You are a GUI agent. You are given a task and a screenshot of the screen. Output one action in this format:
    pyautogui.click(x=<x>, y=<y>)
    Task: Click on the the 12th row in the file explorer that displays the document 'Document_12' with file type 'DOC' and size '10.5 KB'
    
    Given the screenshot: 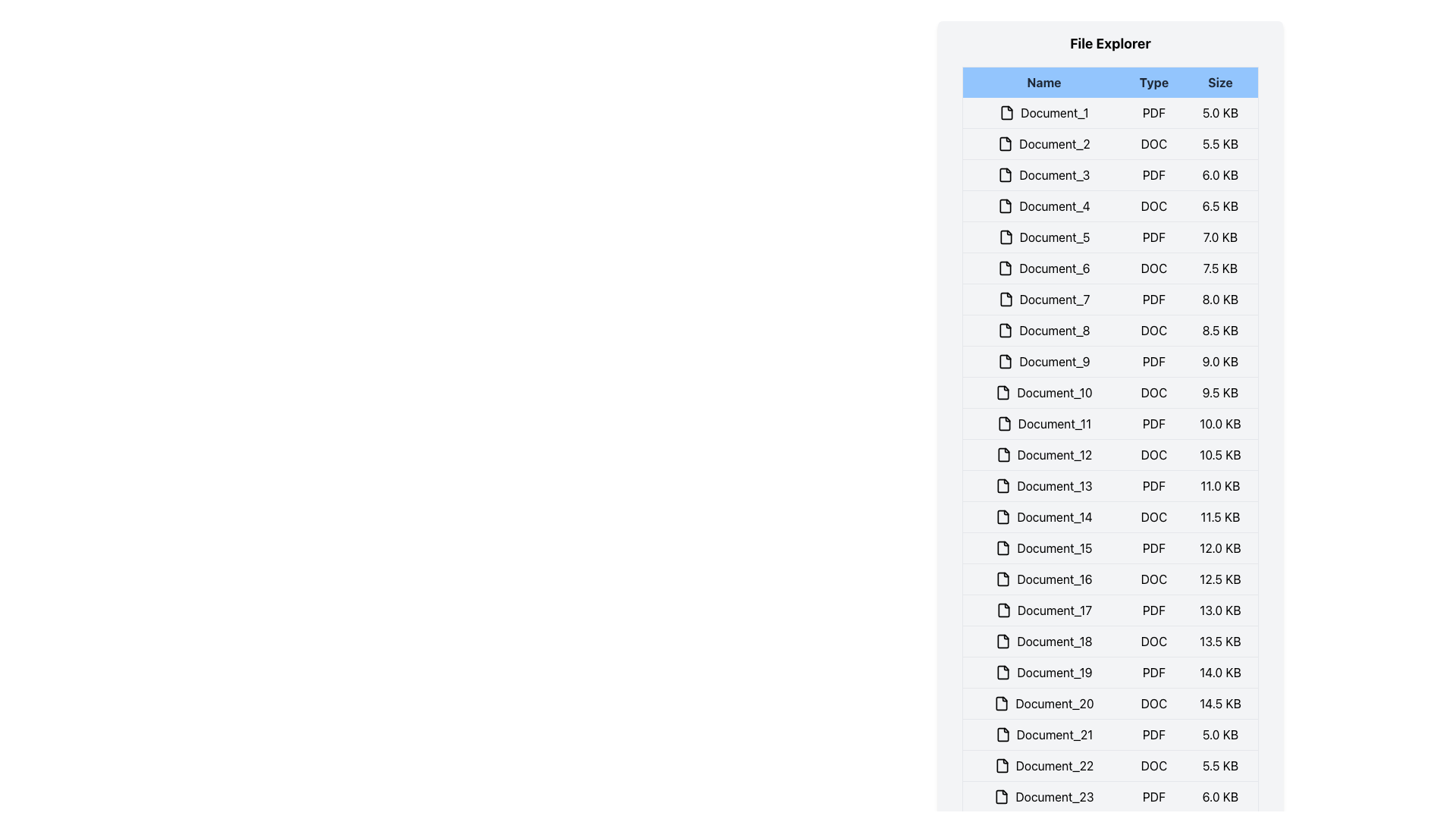 What is the action you would take?
    pyautogui.click(x=1110, y=454)
    